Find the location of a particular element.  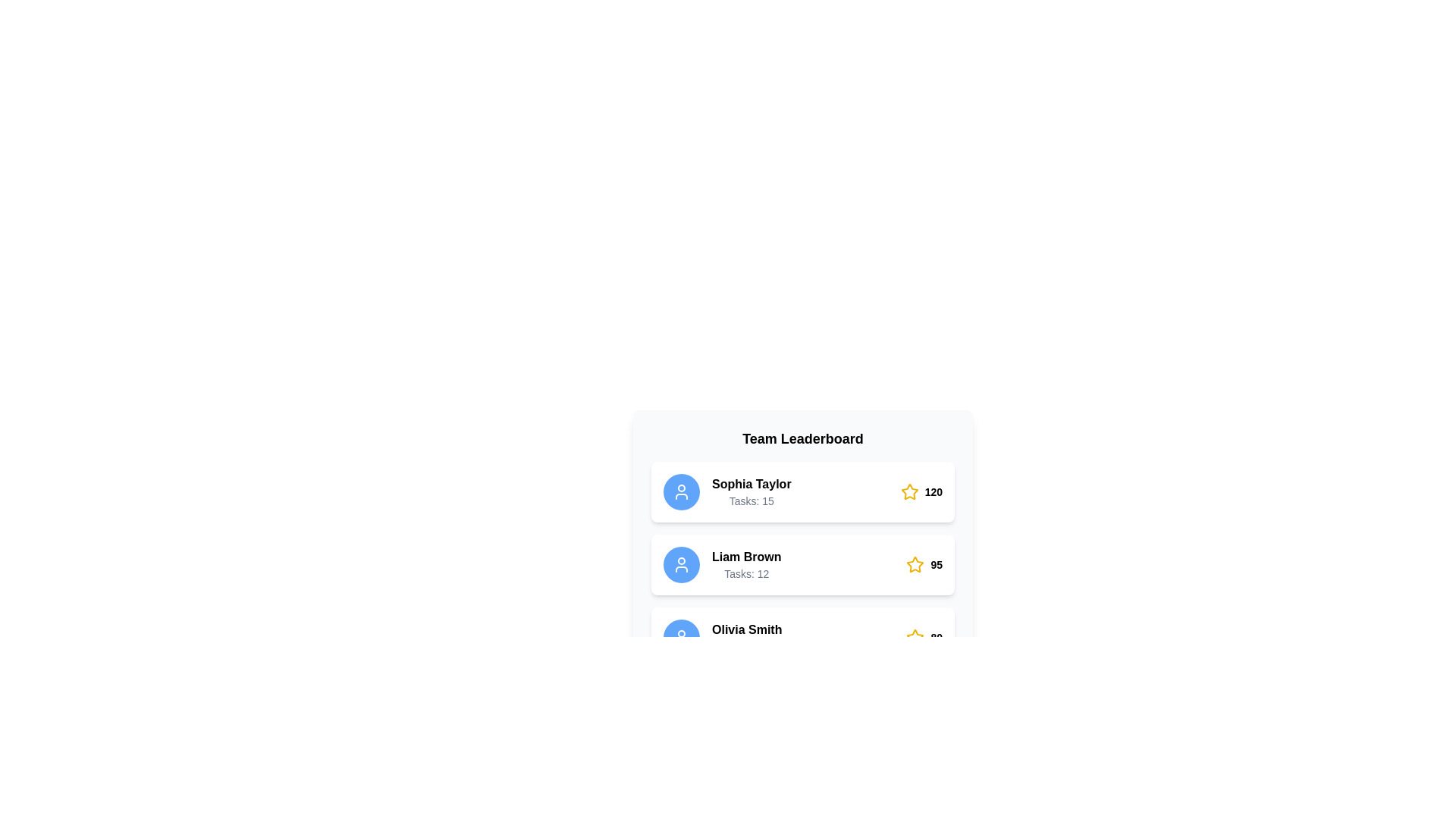

the circular avatar component with a blue background and a white user icon, which is the leftmost element of the 'Olivia Smith' leaderboard entry is located at coordinates (680, 637).